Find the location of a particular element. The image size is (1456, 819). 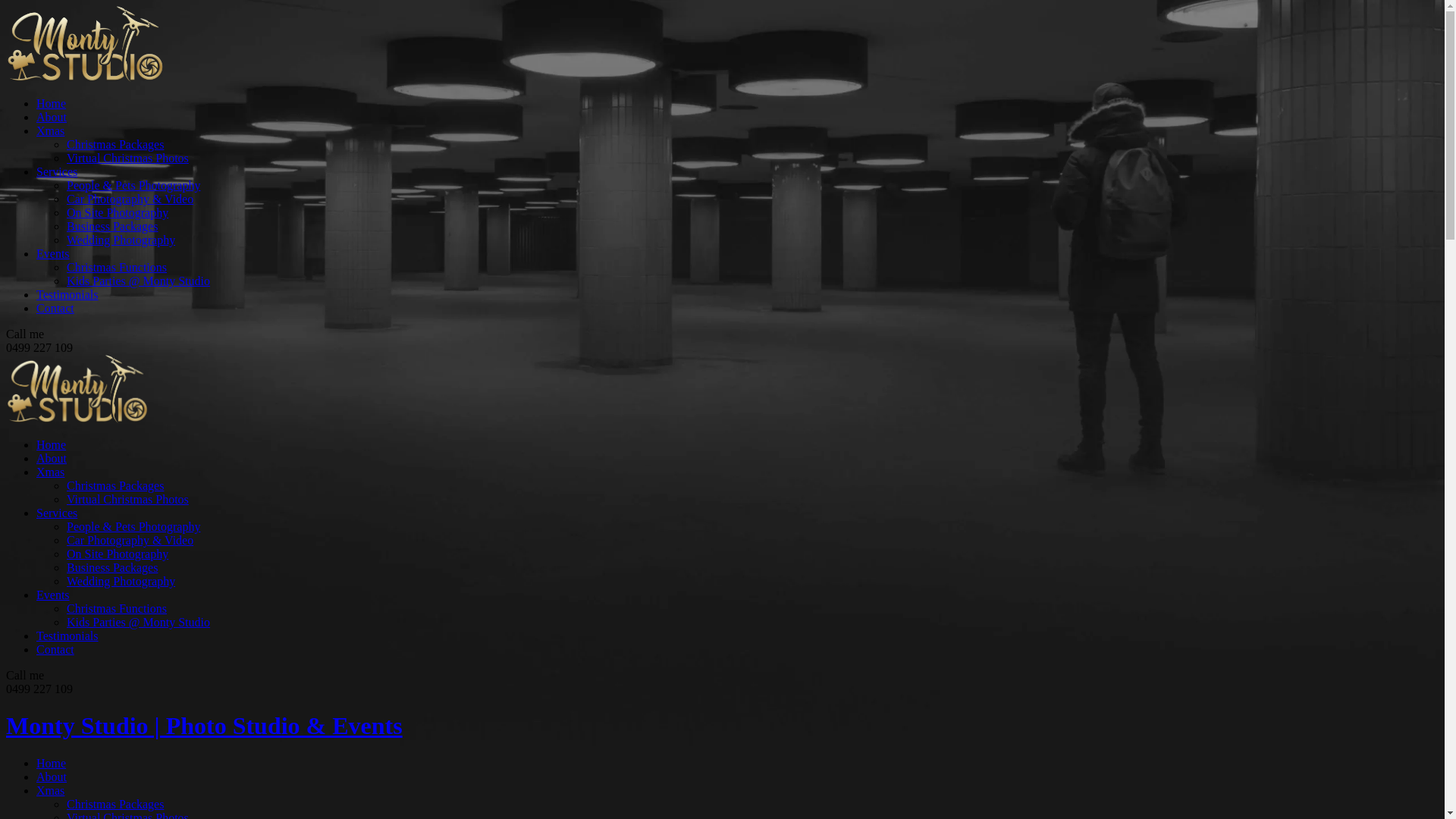

'Business Packages' is located at coordinates (65, 567).